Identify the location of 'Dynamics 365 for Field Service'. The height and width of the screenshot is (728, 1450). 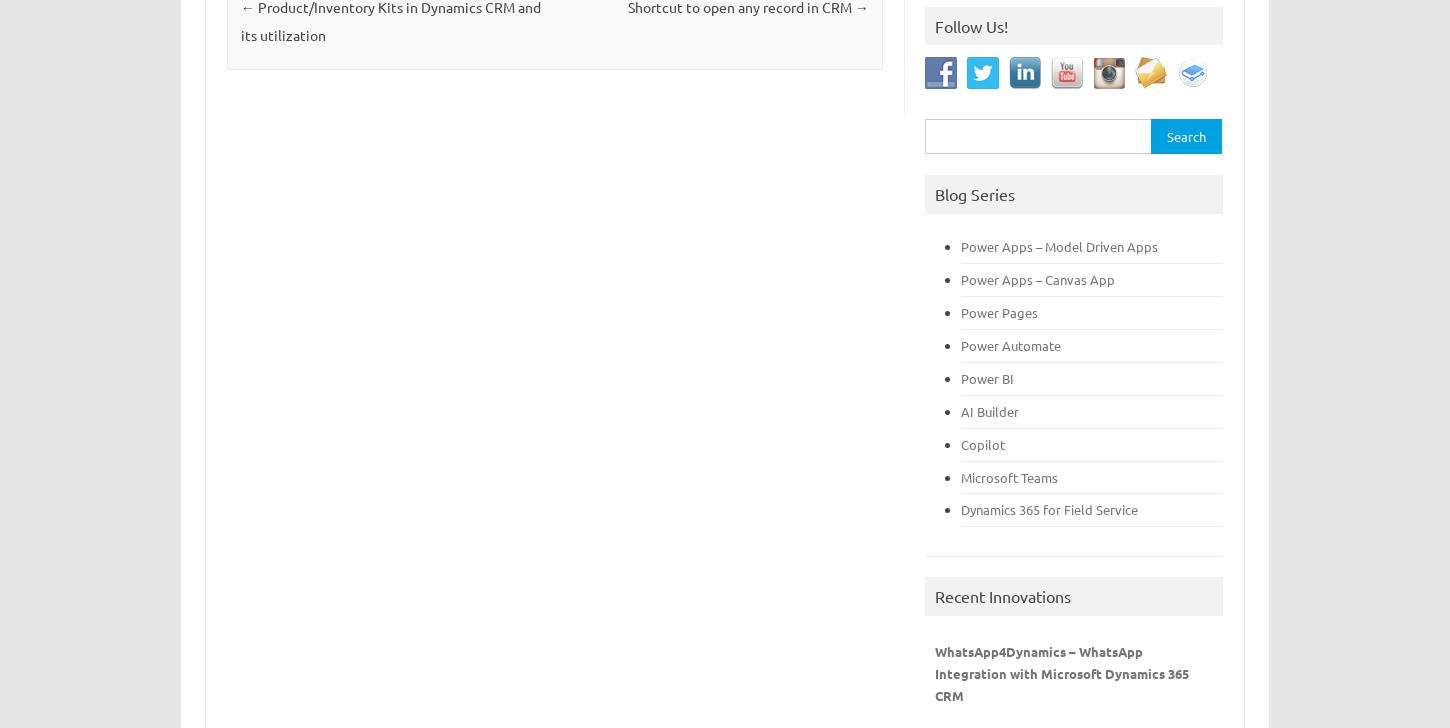
(960, 508).